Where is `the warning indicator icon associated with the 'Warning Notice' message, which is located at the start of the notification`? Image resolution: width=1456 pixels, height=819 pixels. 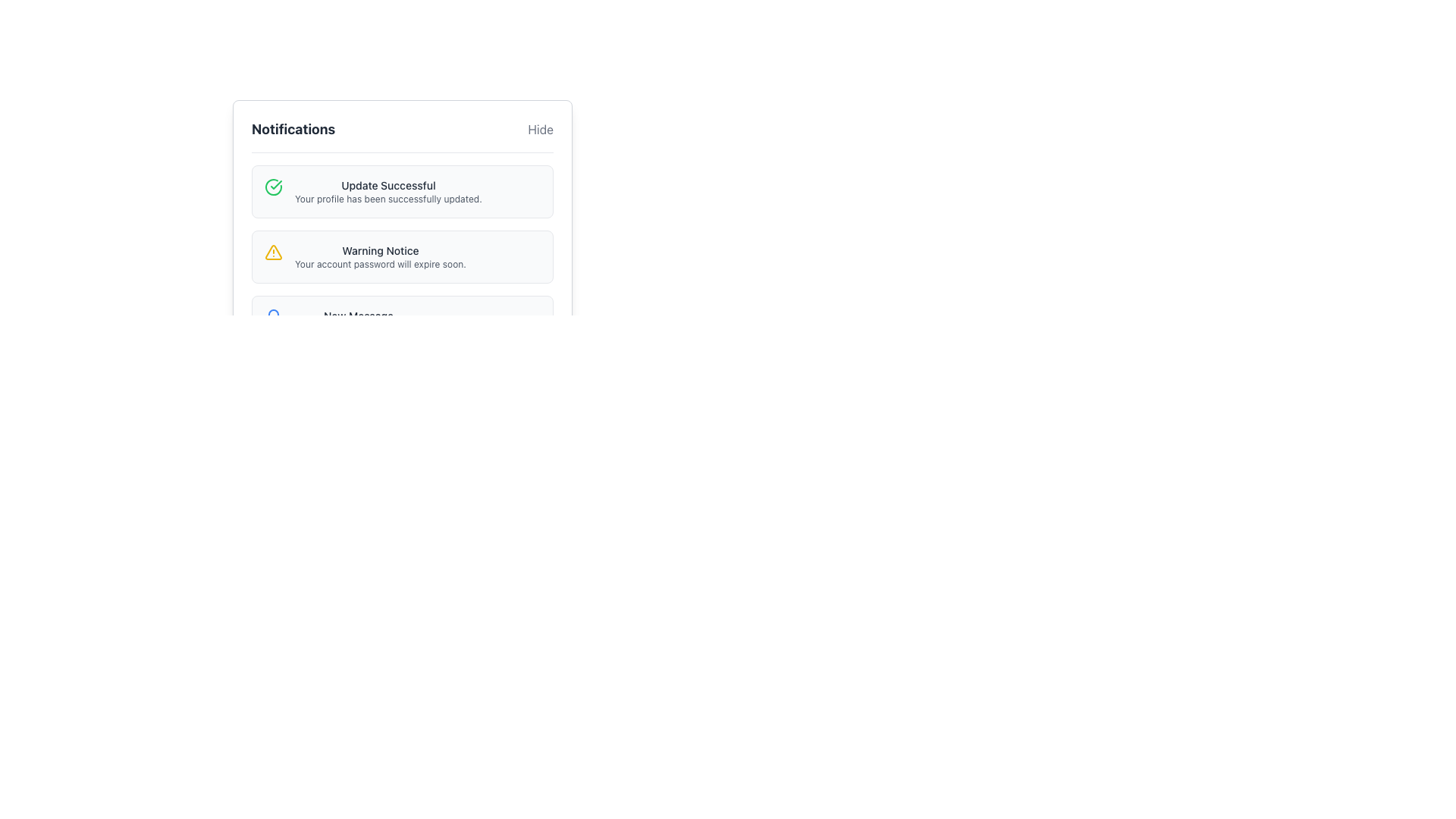
the warning indicator icon associated with the 'Warning Notice' message, which is located at the start of the notification is located at coordinates (273, 251).